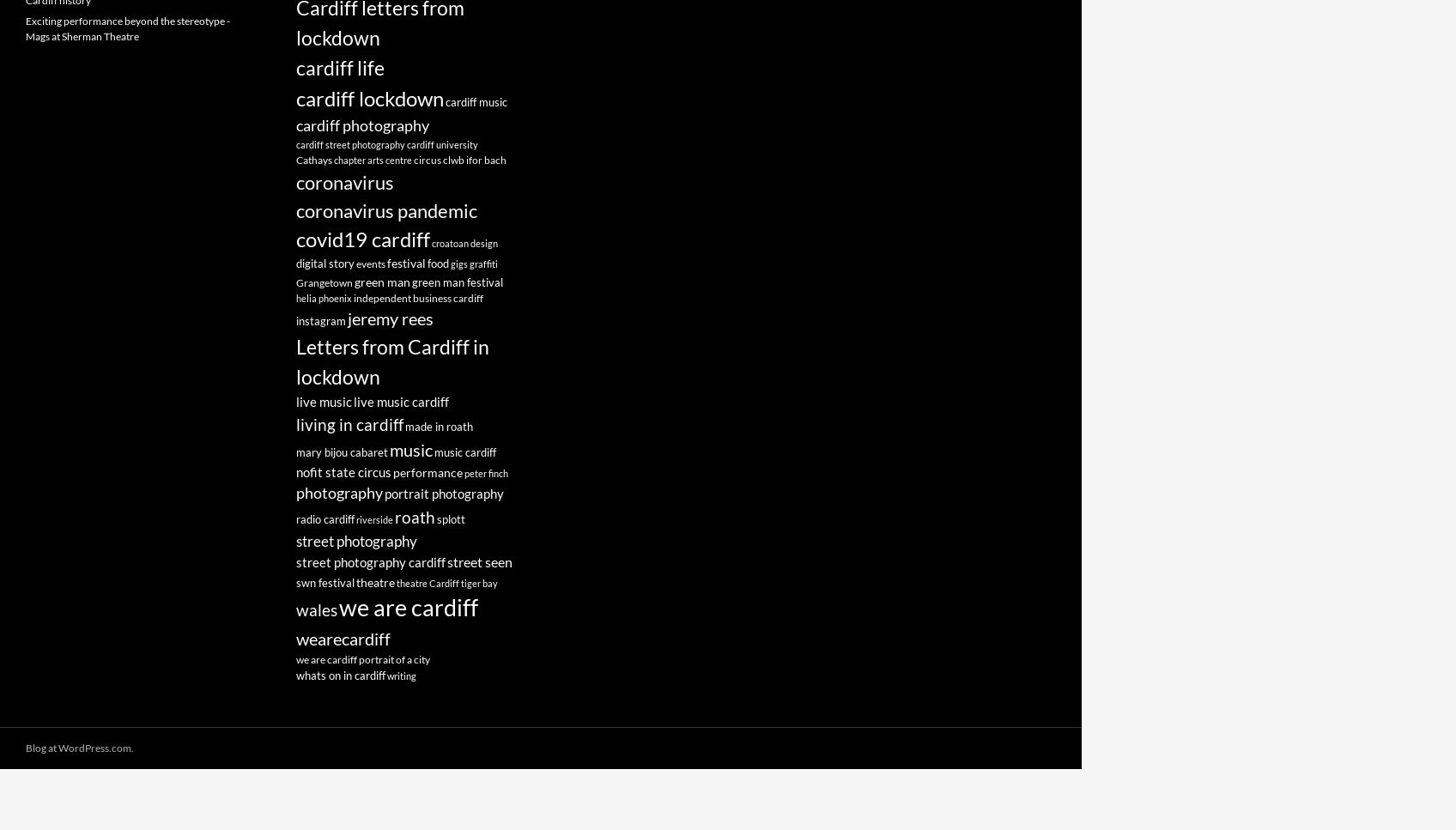 The image size is (1456, 830). What do you see at coordinates (415, 517) in the screenshot?
I see `'roath'` at bounding box center [415, 517].